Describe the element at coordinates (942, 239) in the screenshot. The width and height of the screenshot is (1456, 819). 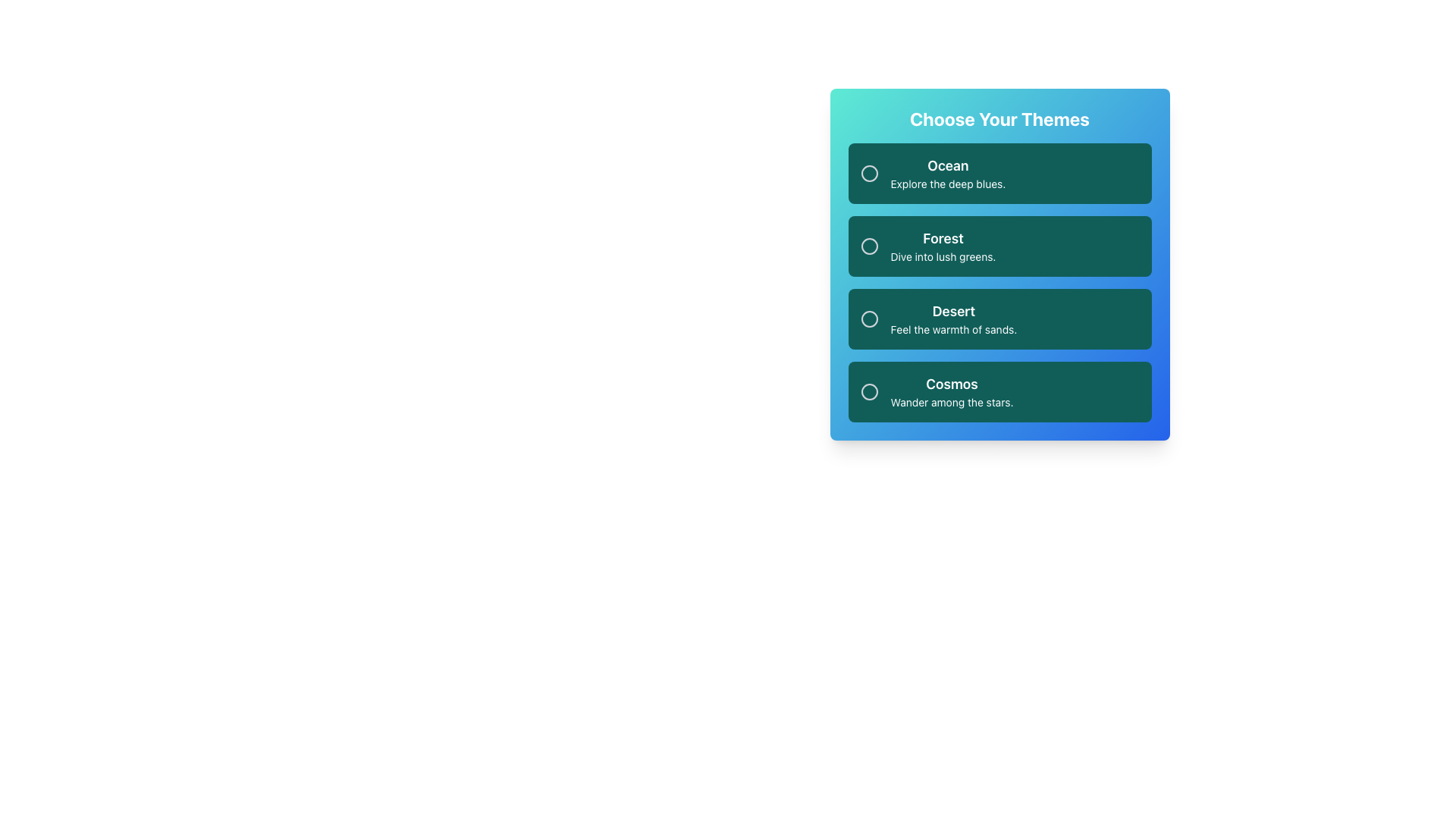
I see `the 'Forest' text label, which is the main title in the selection menu` at that location.